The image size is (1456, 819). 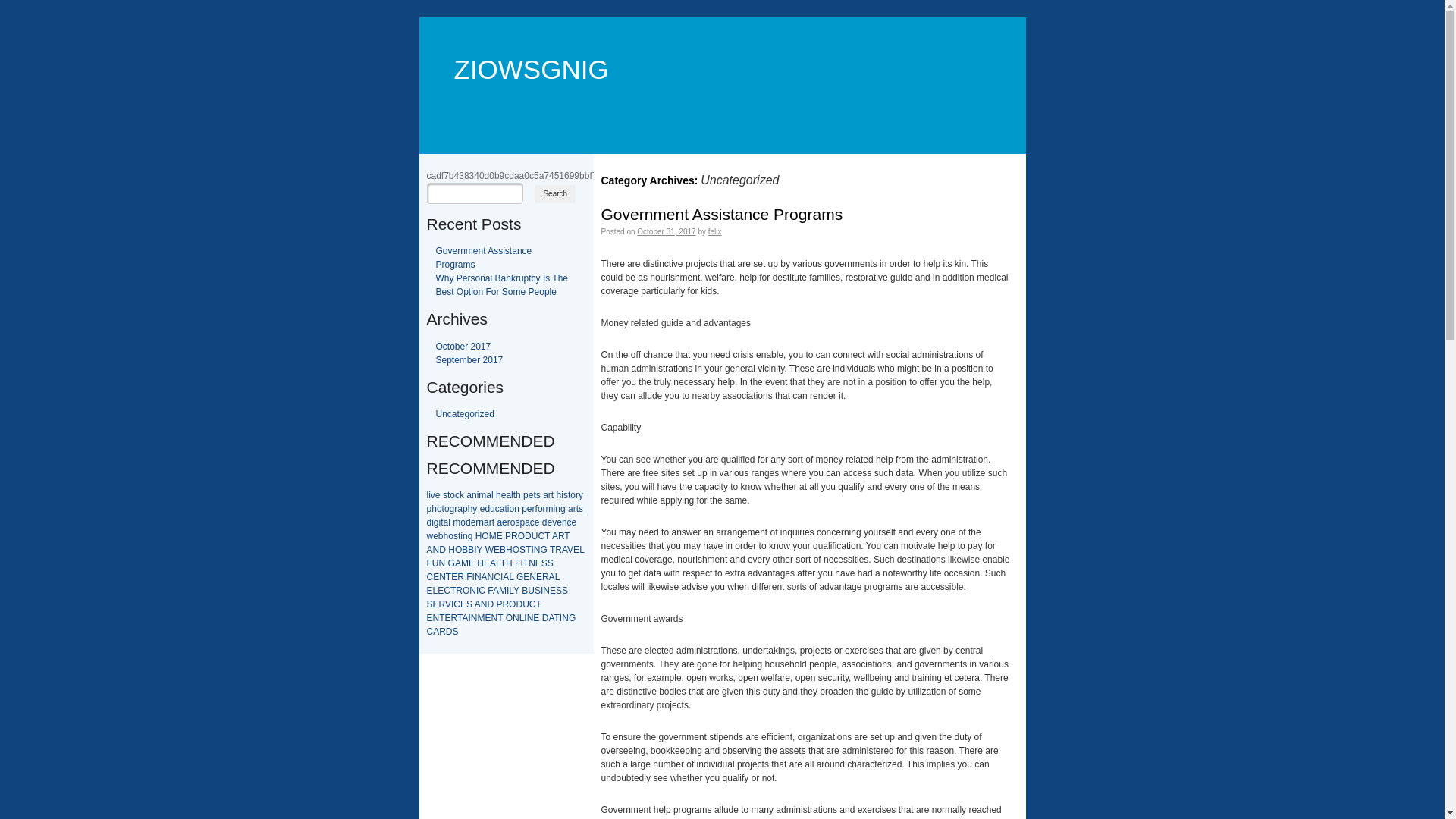 I want to click on 'T', so click(x=551, y=550).